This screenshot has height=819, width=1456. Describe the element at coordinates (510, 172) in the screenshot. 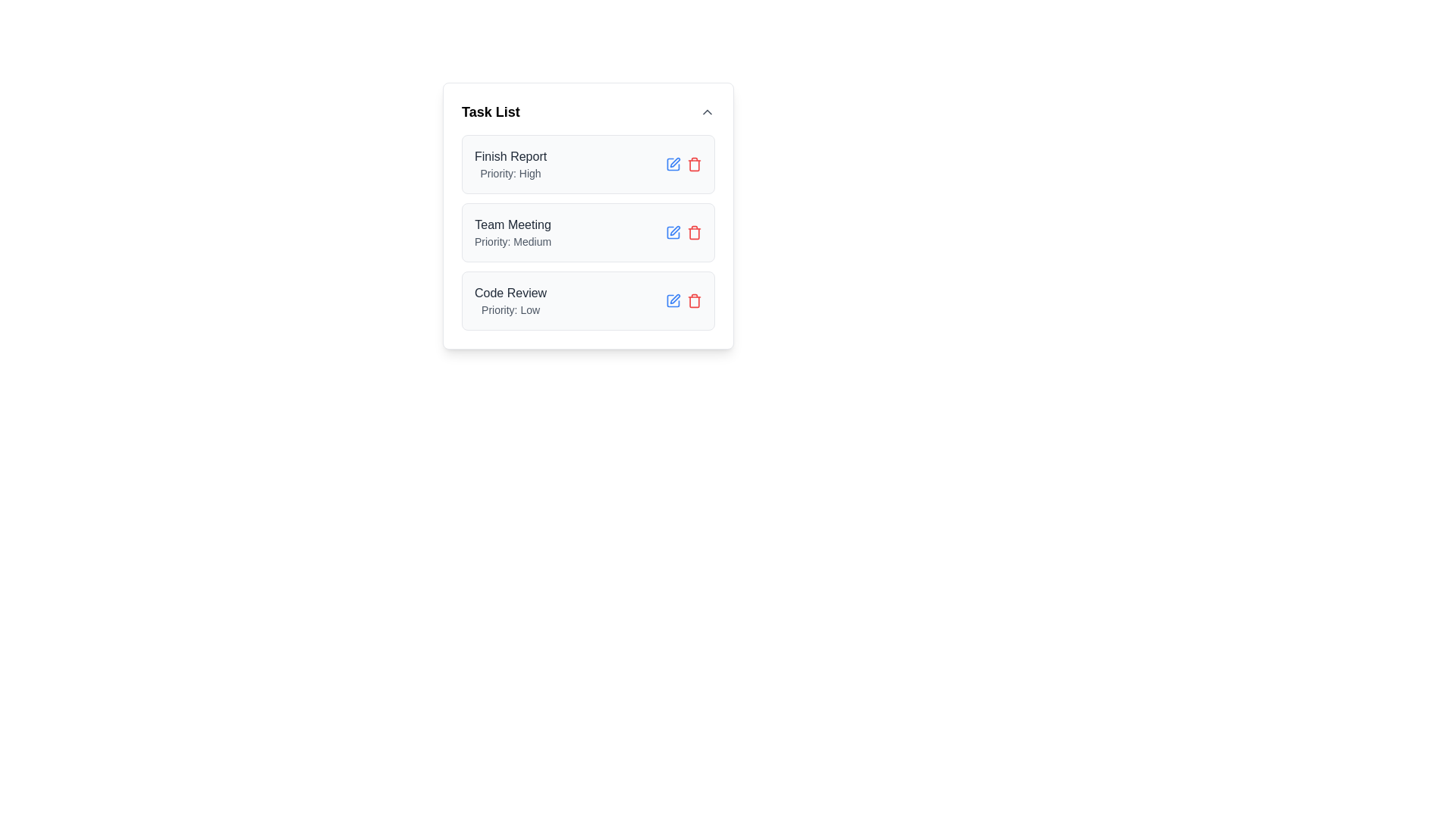

I see `text label indicating the priority level ('High') of the task 'Finish Report' located in the first task card of the task list` at that location.